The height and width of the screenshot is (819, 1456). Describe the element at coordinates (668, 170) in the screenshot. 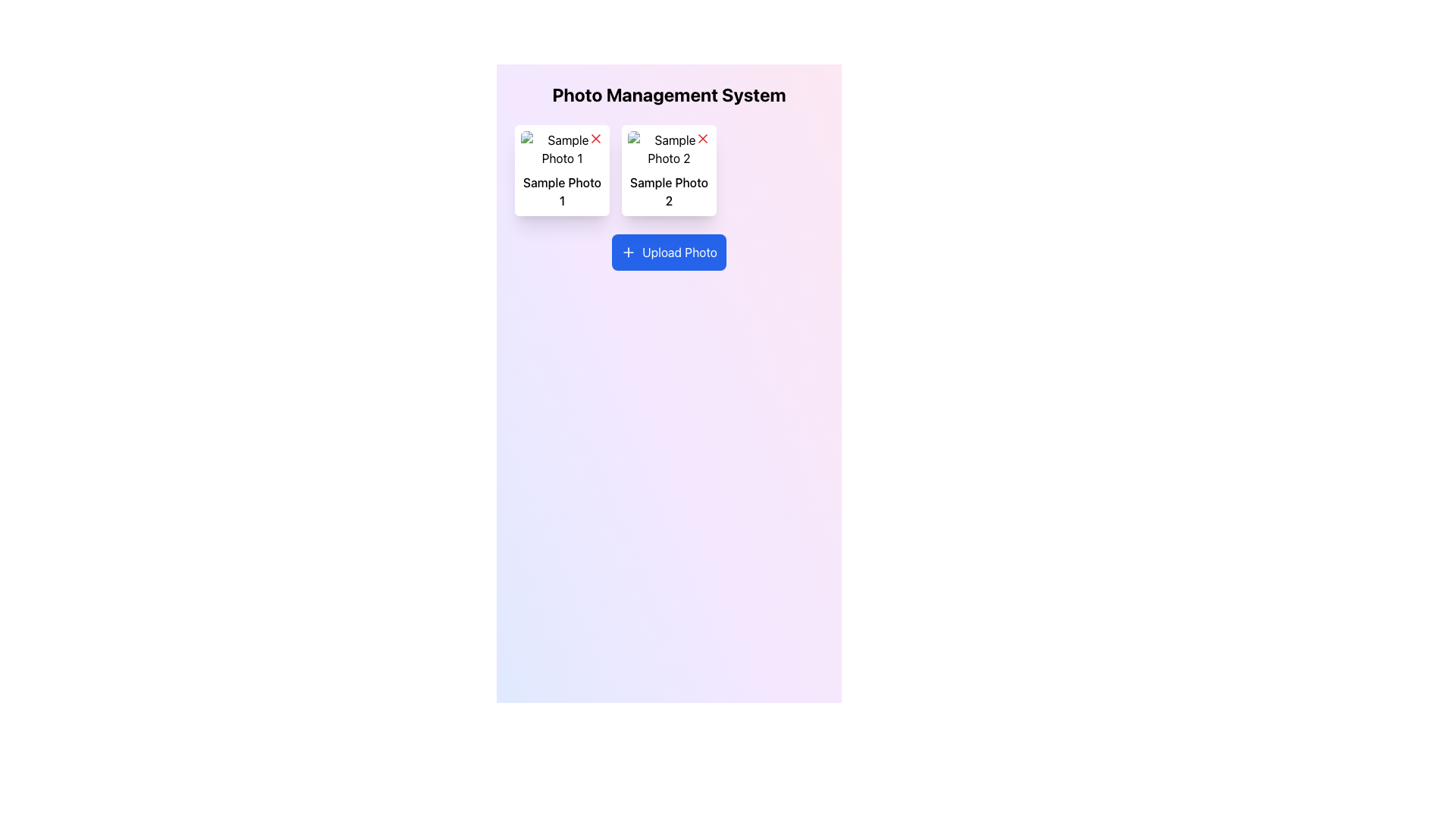

I see `the photo card located in the photo management grid, which is positioned just below the 'Photo Management System' header` at that location.